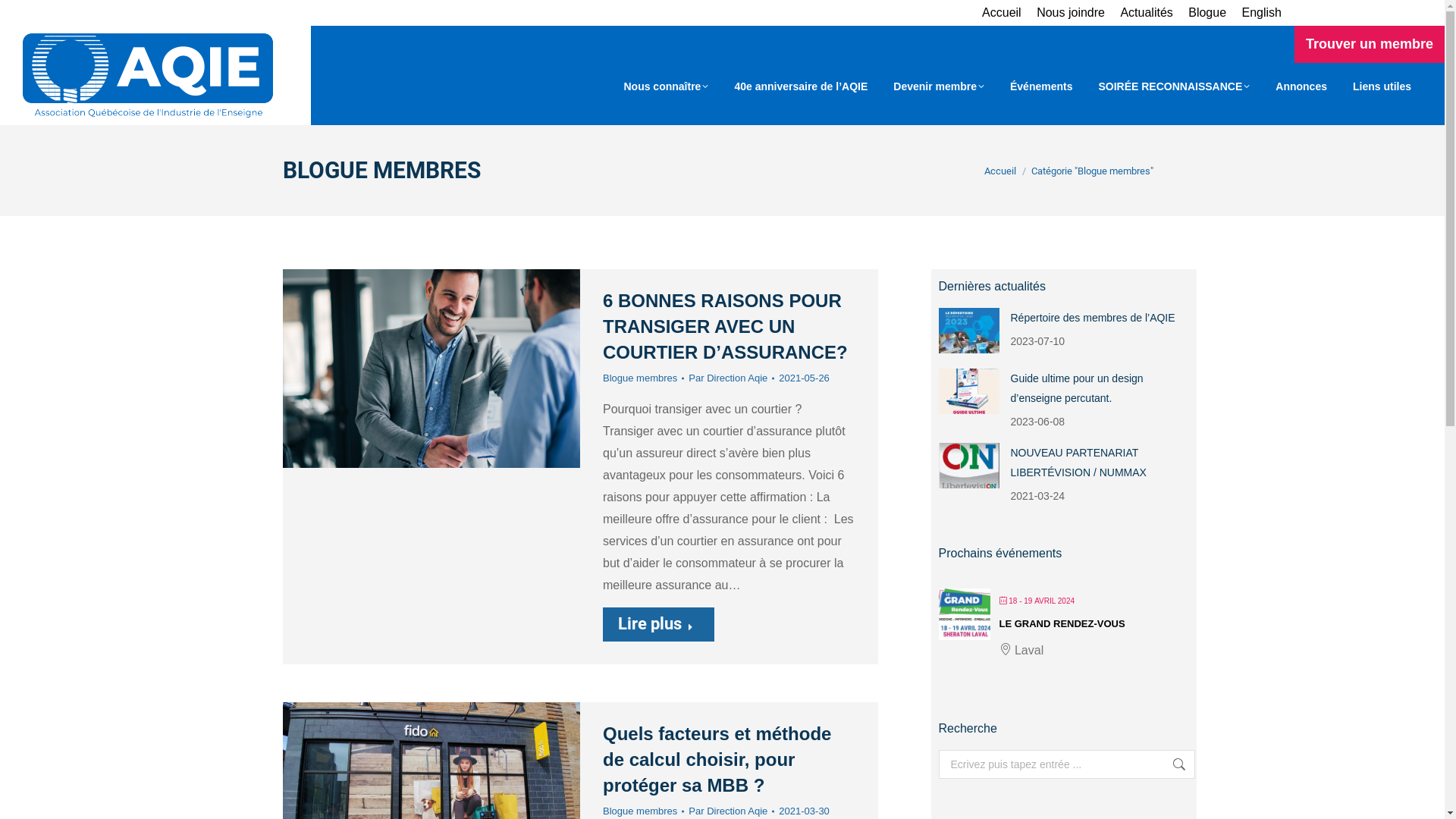  Describe the element at coordinates (731, 377) in the screenshot. I see `'Par Direction Aqie'` at that location.